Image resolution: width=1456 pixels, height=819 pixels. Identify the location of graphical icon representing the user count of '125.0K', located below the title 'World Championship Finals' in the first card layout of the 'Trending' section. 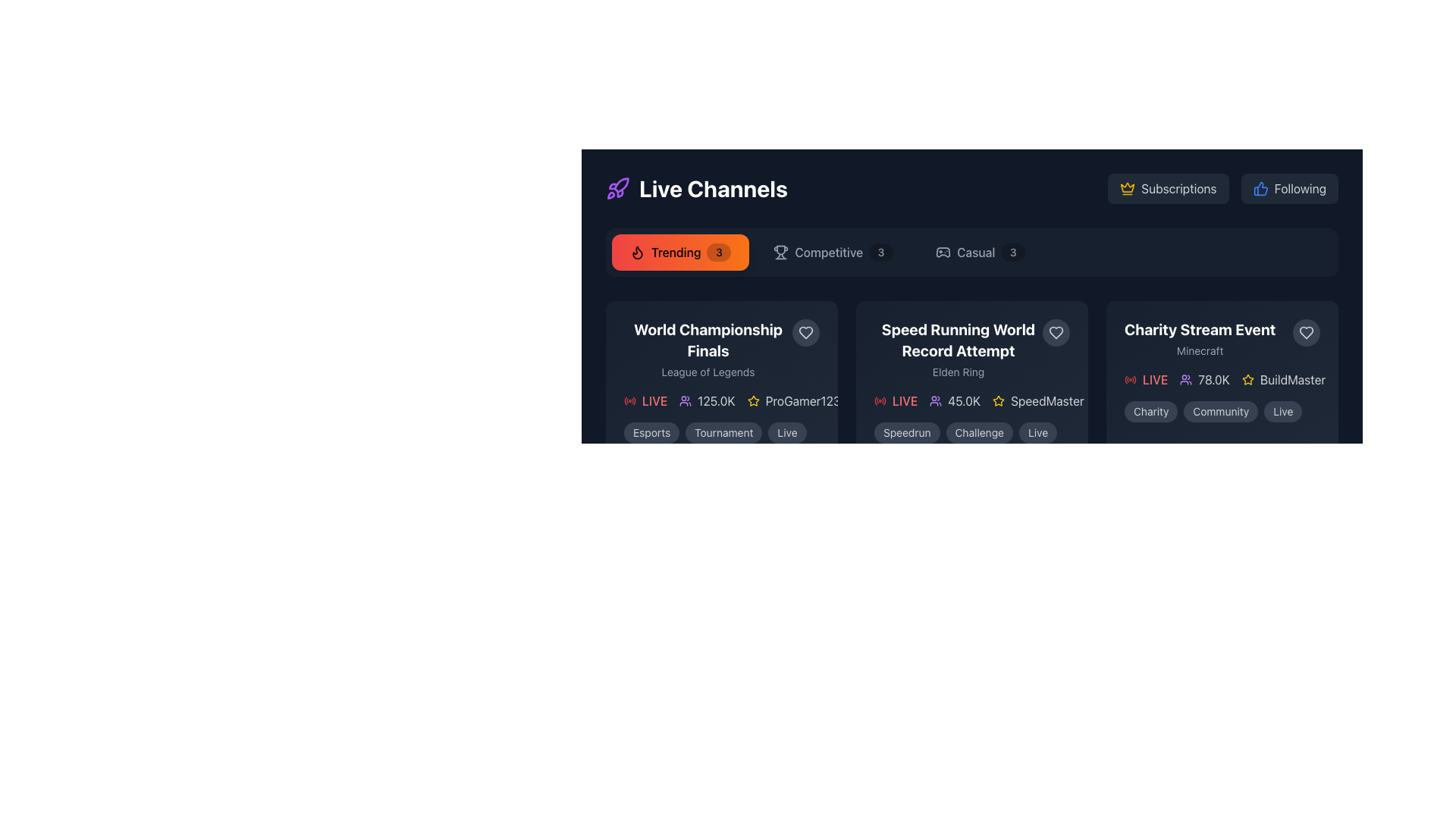
(685, 400).